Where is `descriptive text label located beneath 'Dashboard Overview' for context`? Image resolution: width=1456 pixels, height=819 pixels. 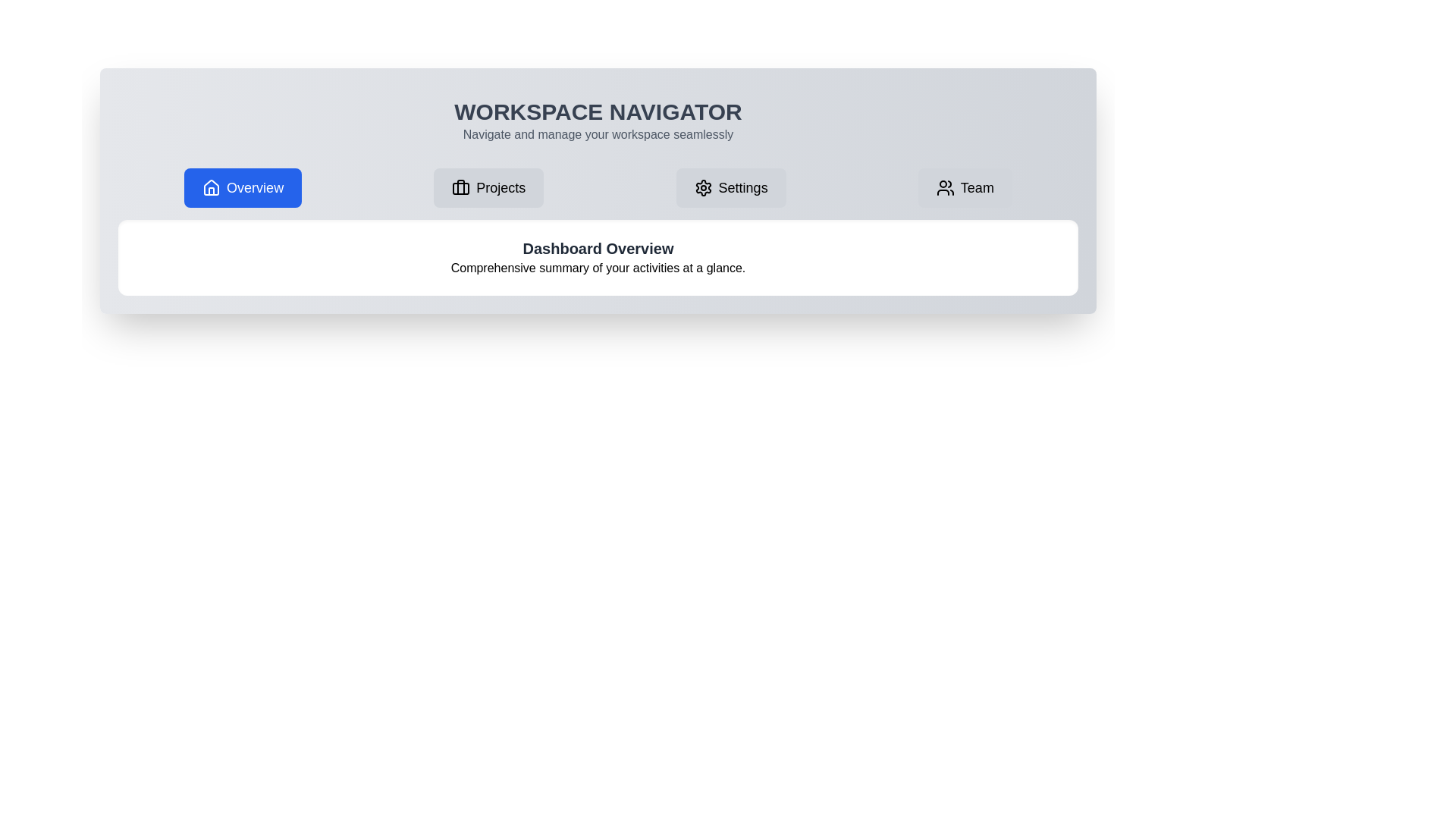
descriptive text label located beneath 'Dashboard Overview' for context is located at coordinates (597, 268).